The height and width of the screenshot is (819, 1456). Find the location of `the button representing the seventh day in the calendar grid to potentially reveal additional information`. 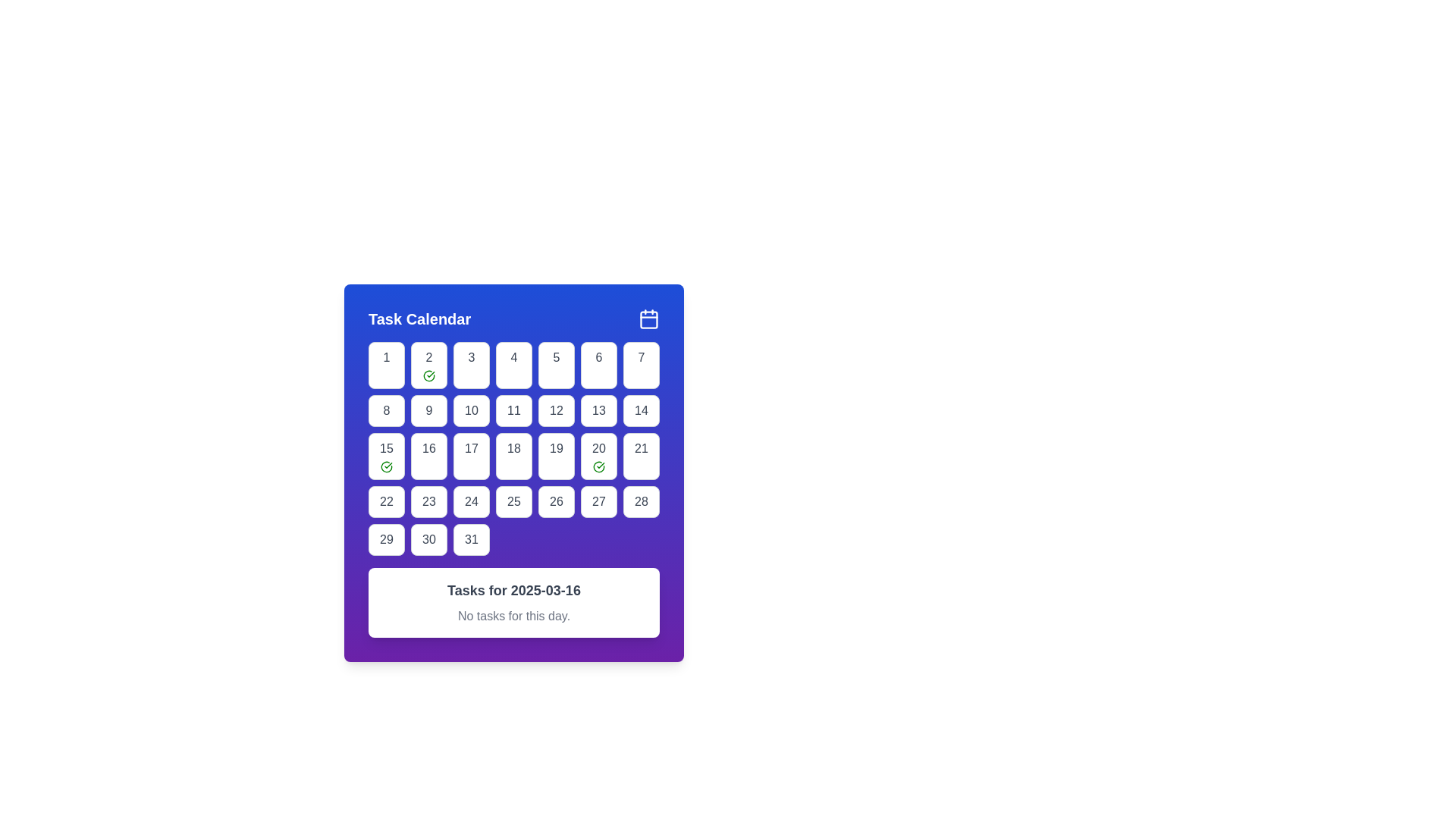

the button representing the seventh day in the calendar grid to potentially reveal additional information is located at coordinates (641, 366).